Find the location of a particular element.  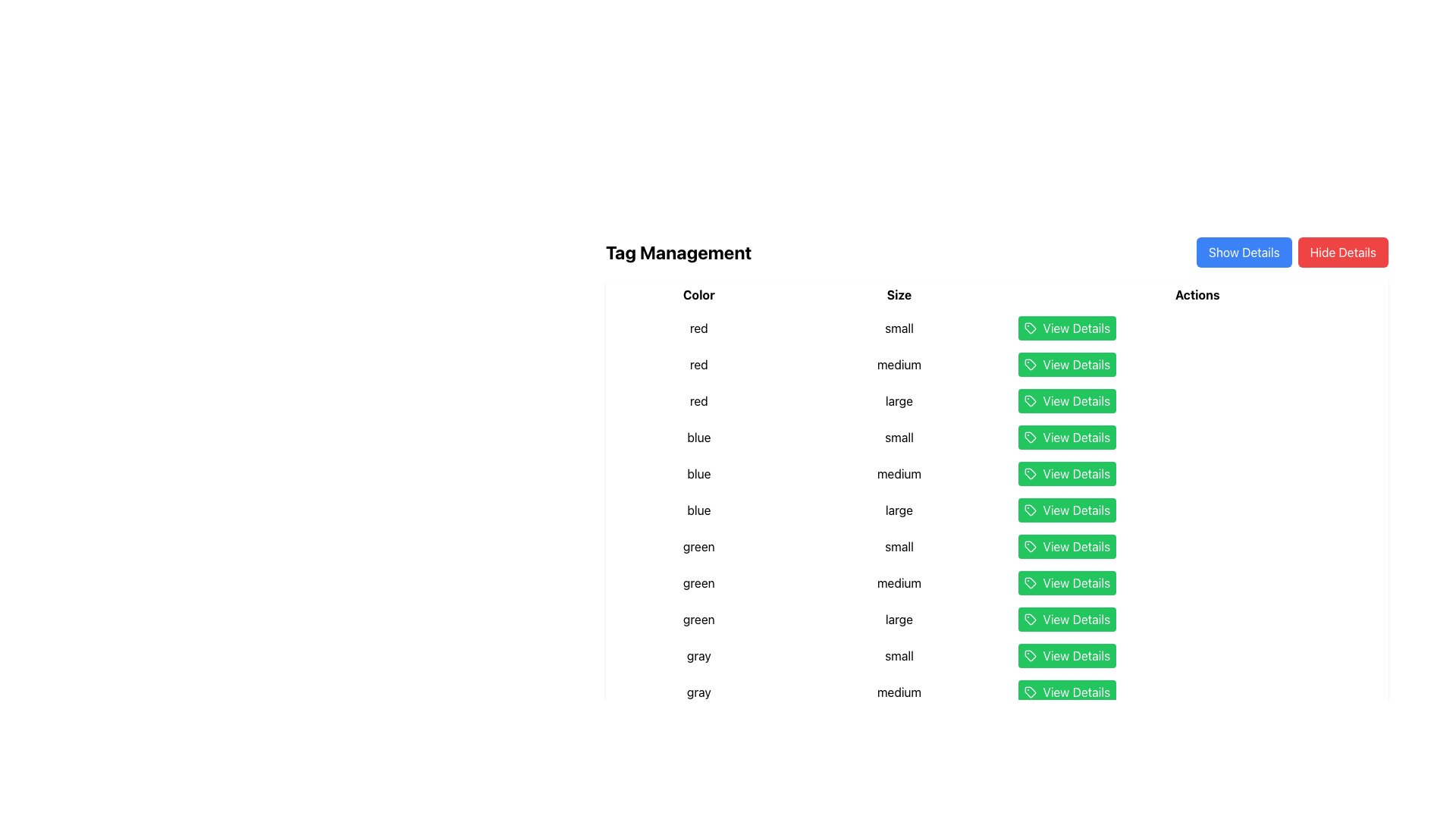

the text element displaying 'medium' located in the second row of the table under the 'Size' column is located at coordinates (899, 365).